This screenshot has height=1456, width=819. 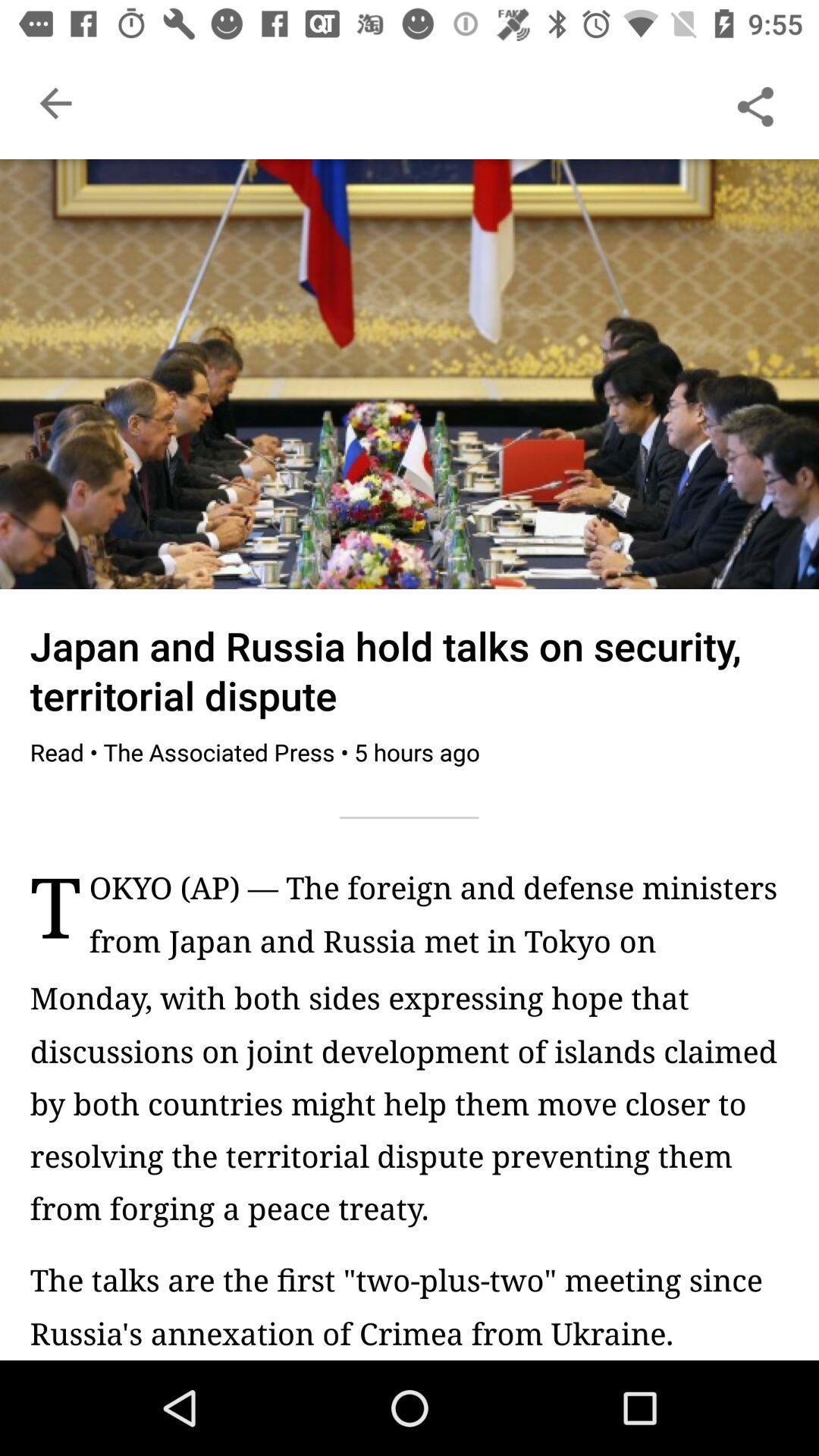 I want to click on the the talks are icon, so click(x=409, y=1305).